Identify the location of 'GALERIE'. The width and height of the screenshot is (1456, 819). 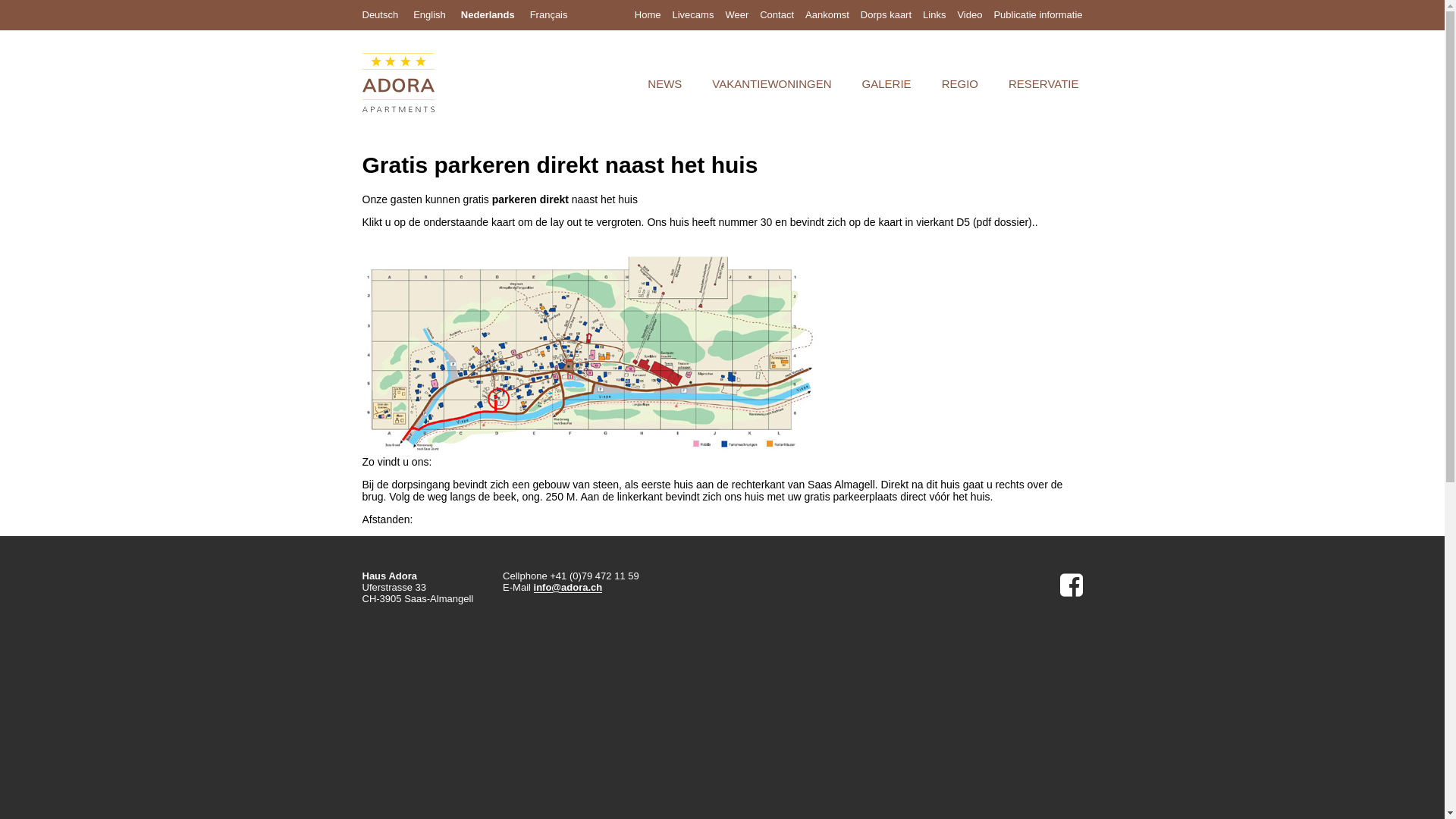
(886, 83).